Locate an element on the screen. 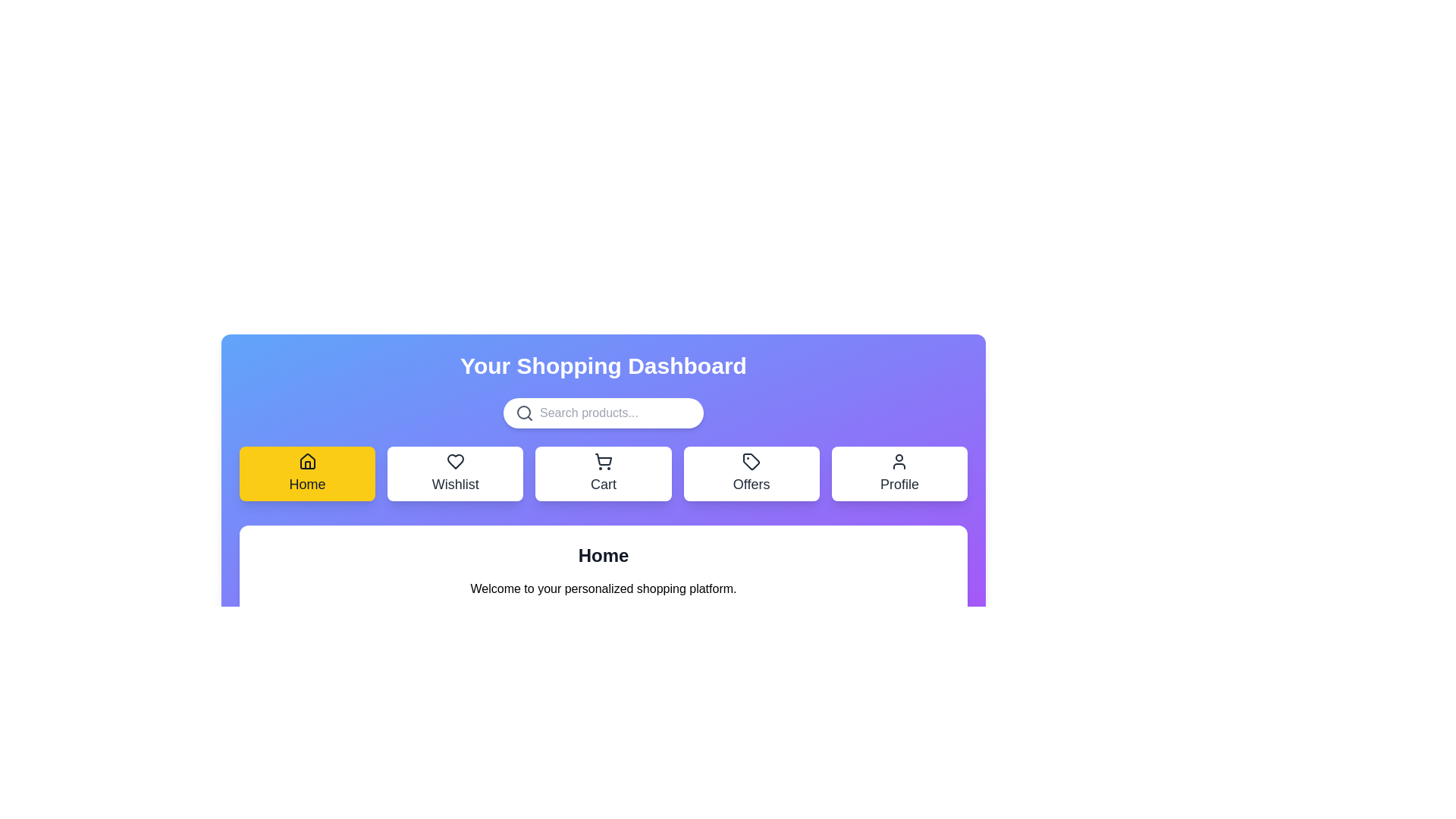  the minimalistic cart icon located in the navigation menu, specifically the third icon from the left under the 'Cart' label is located at coordinates (603, 459).